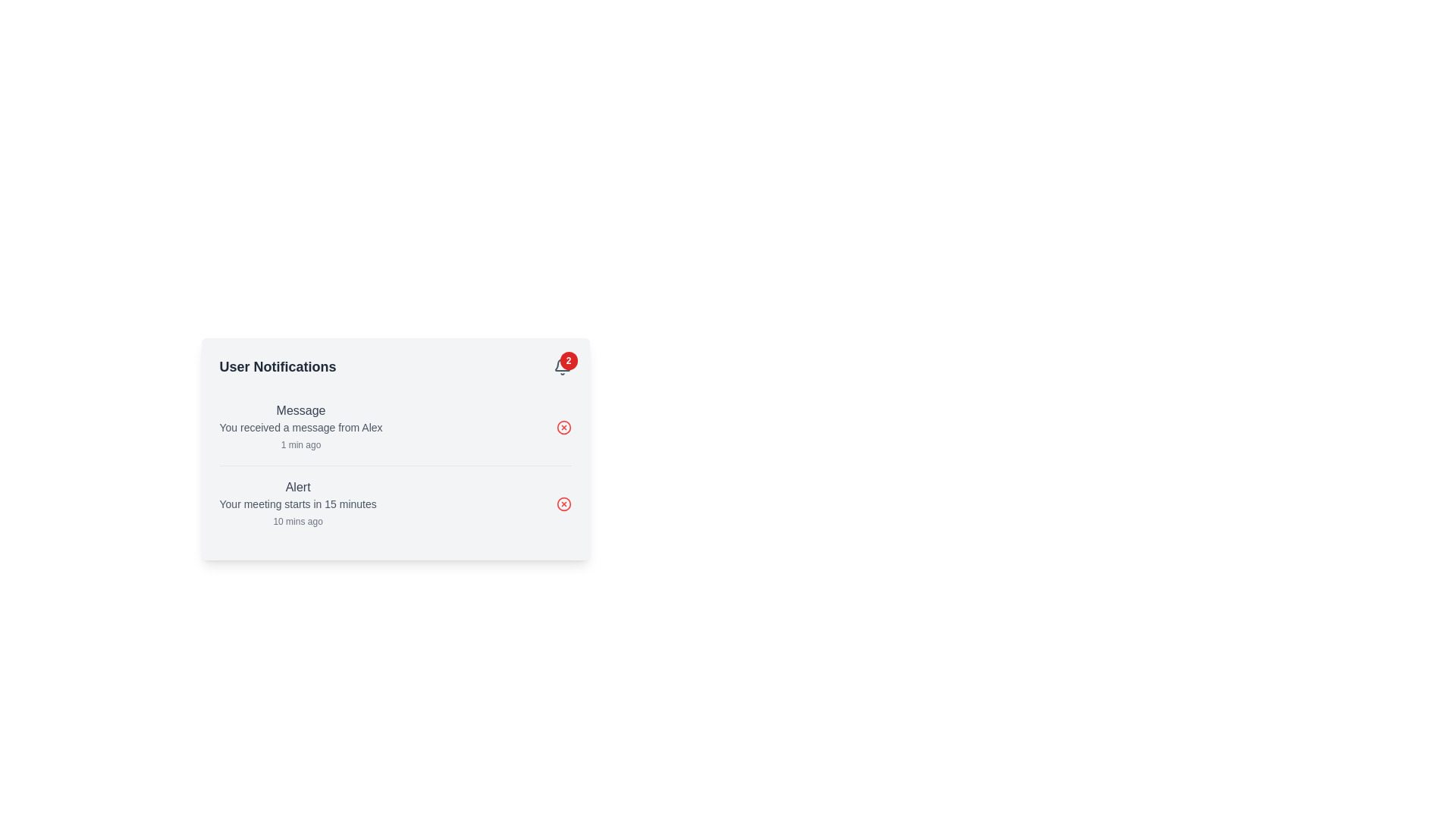 Image resolution: width=1456 pixels, height=819 pixels. I want to click on the notification message about an upcoming meeting within 15 minutes, located below the 'Alert' title and above the timestamp '10 mins ago', so click(298, 504).